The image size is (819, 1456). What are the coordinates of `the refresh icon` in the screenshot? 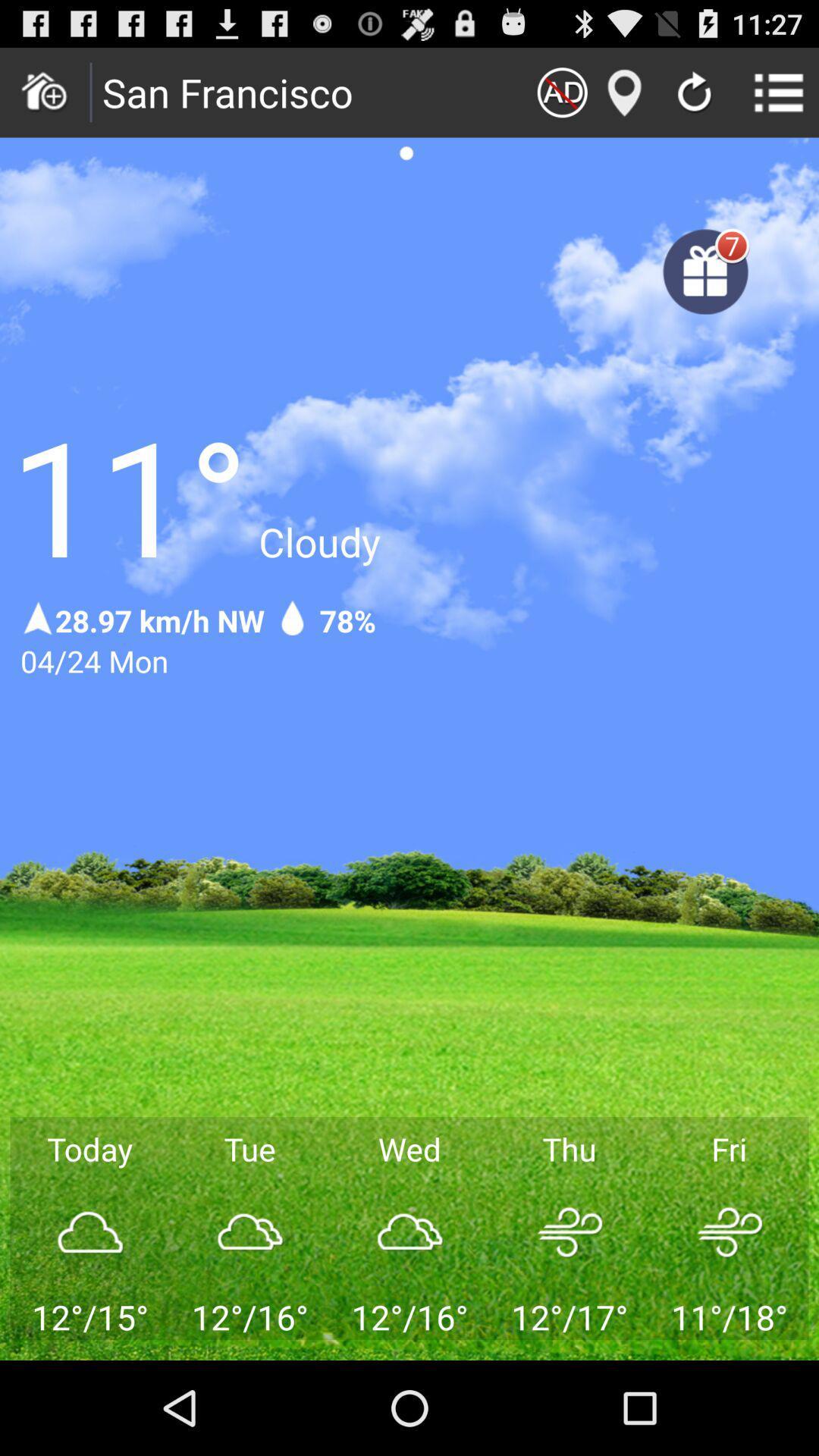 It's located at (694, 100).